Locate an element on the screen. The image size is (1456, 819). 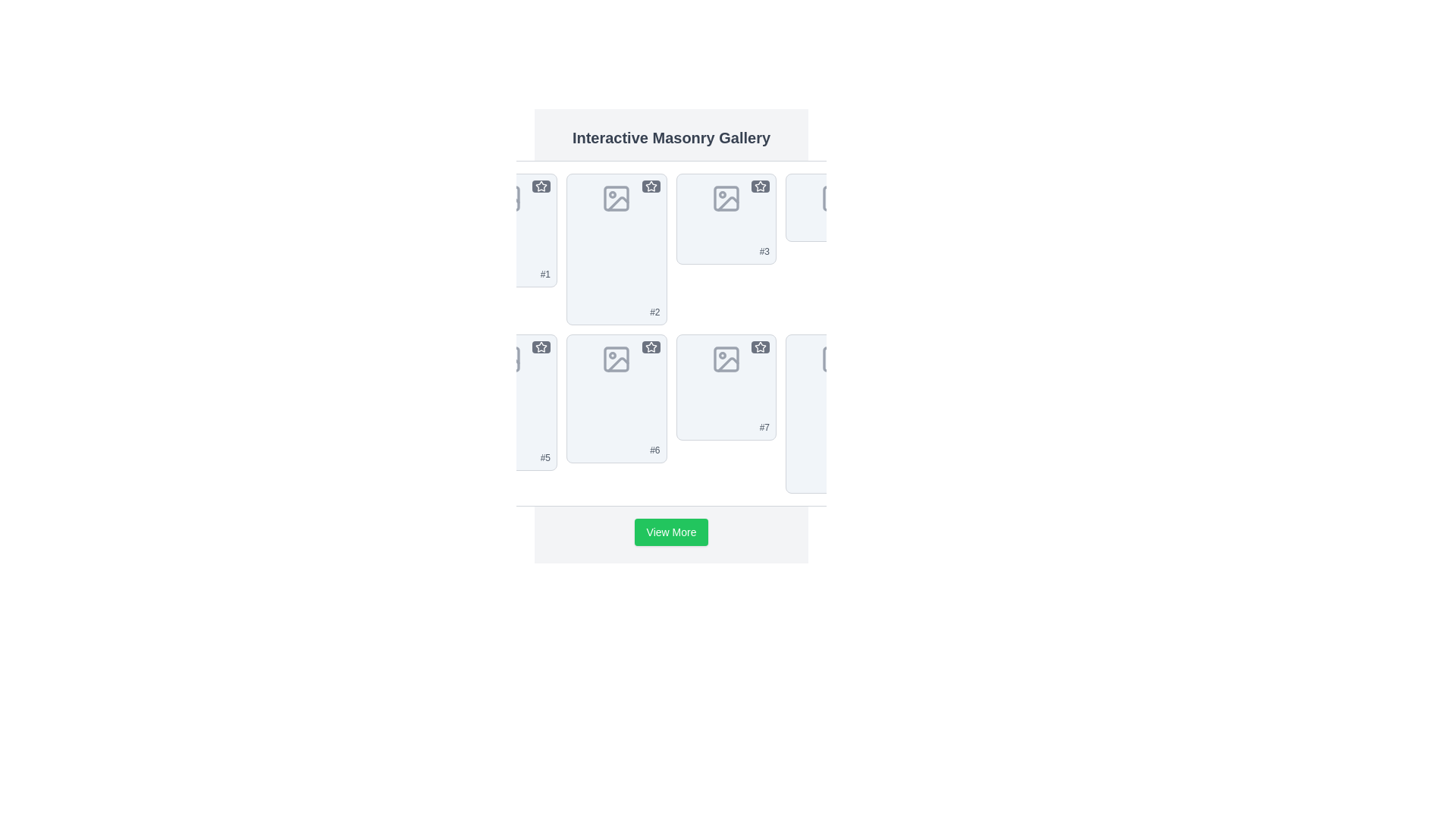
the favorite toggle button located in the top-right corner of card '#5' is located at coordinates (541, 347).